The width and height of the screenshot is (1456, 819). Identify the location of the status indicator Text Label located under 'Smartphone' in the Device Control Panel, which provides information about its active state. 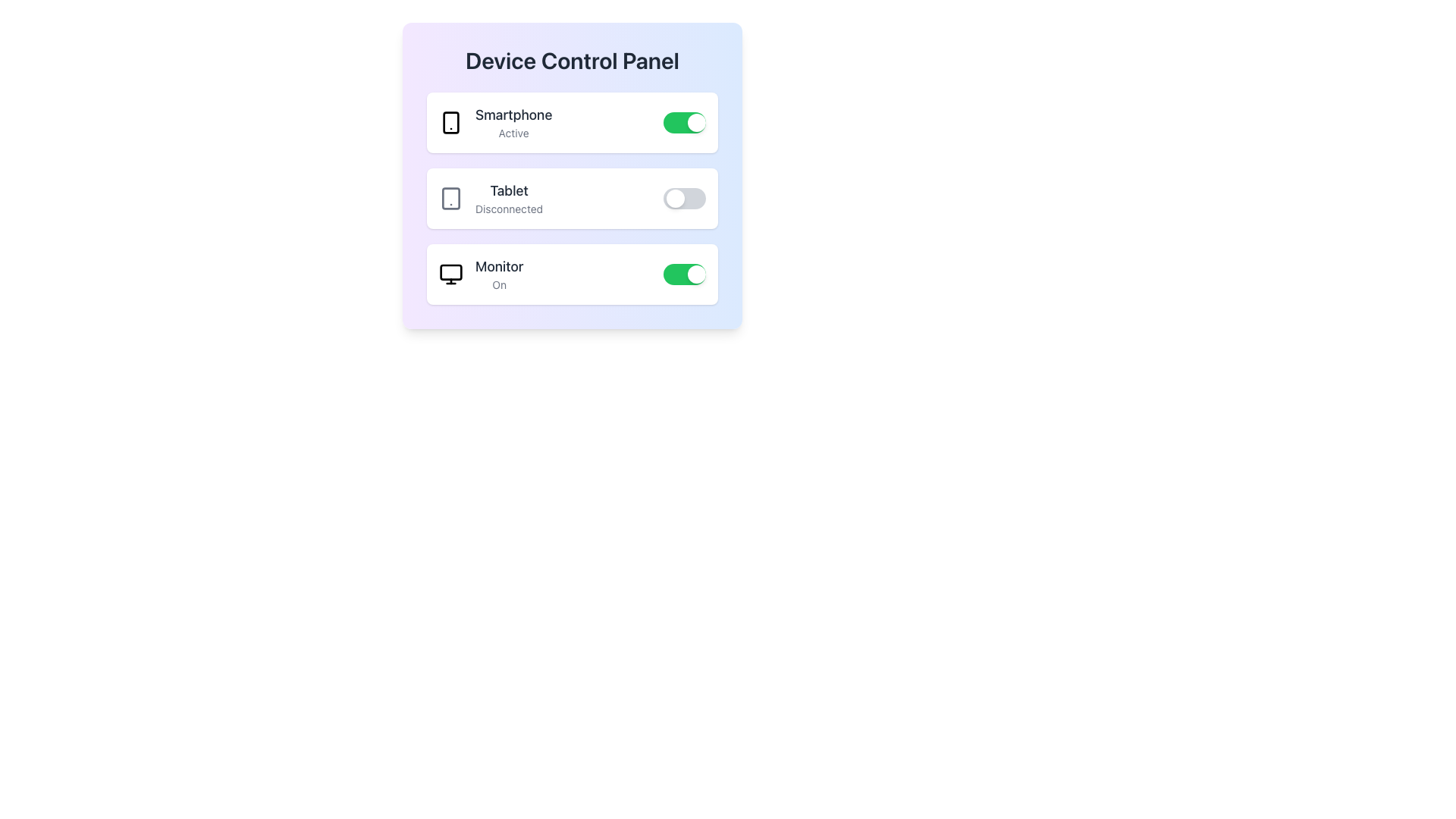
(513, 133).